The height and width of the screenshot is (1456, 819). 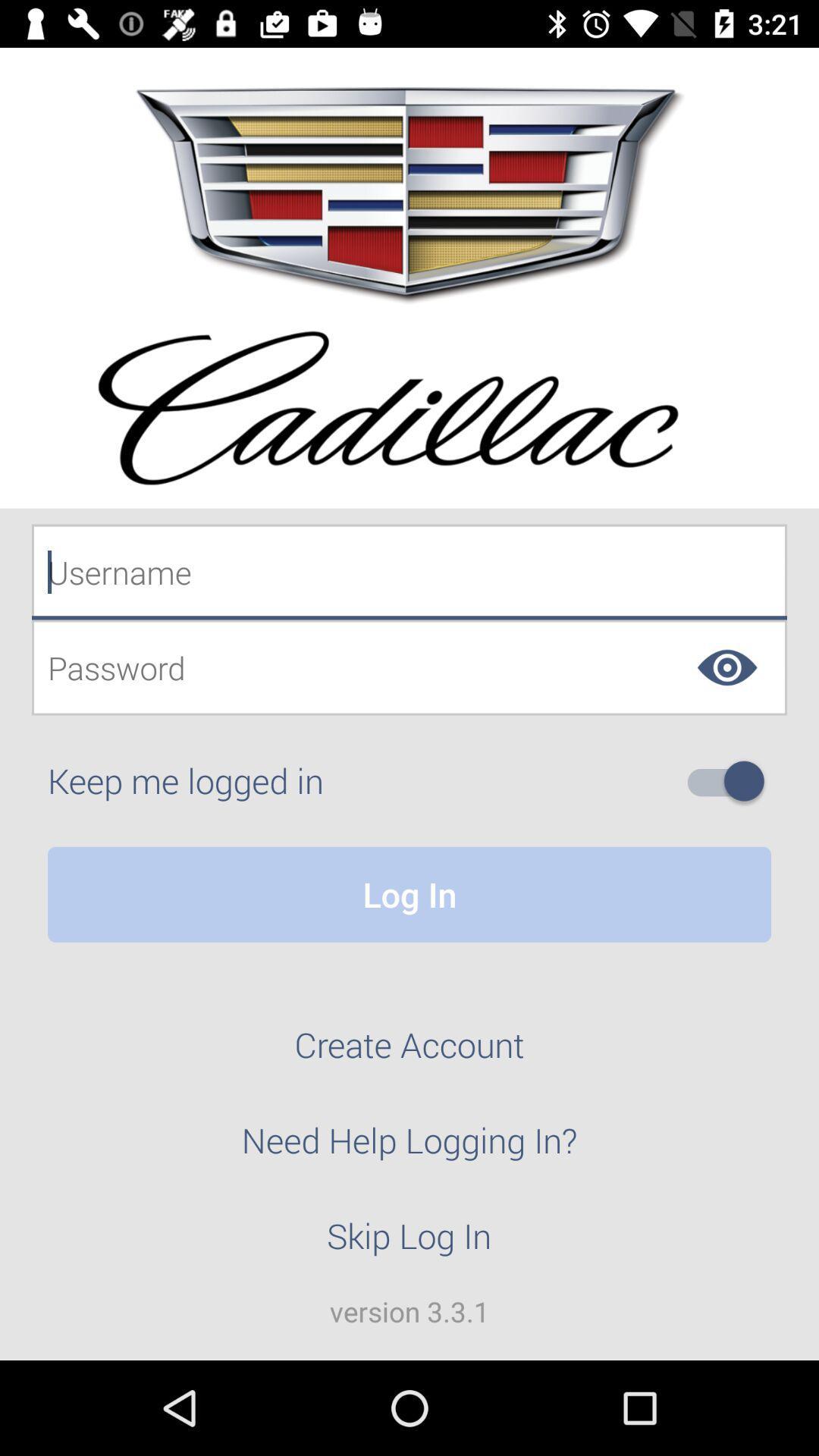 What do you see at coordinates (409, 1053) in the screenshot?
I see `the icon above need help logging icon` at bounding box center [409, 1053].